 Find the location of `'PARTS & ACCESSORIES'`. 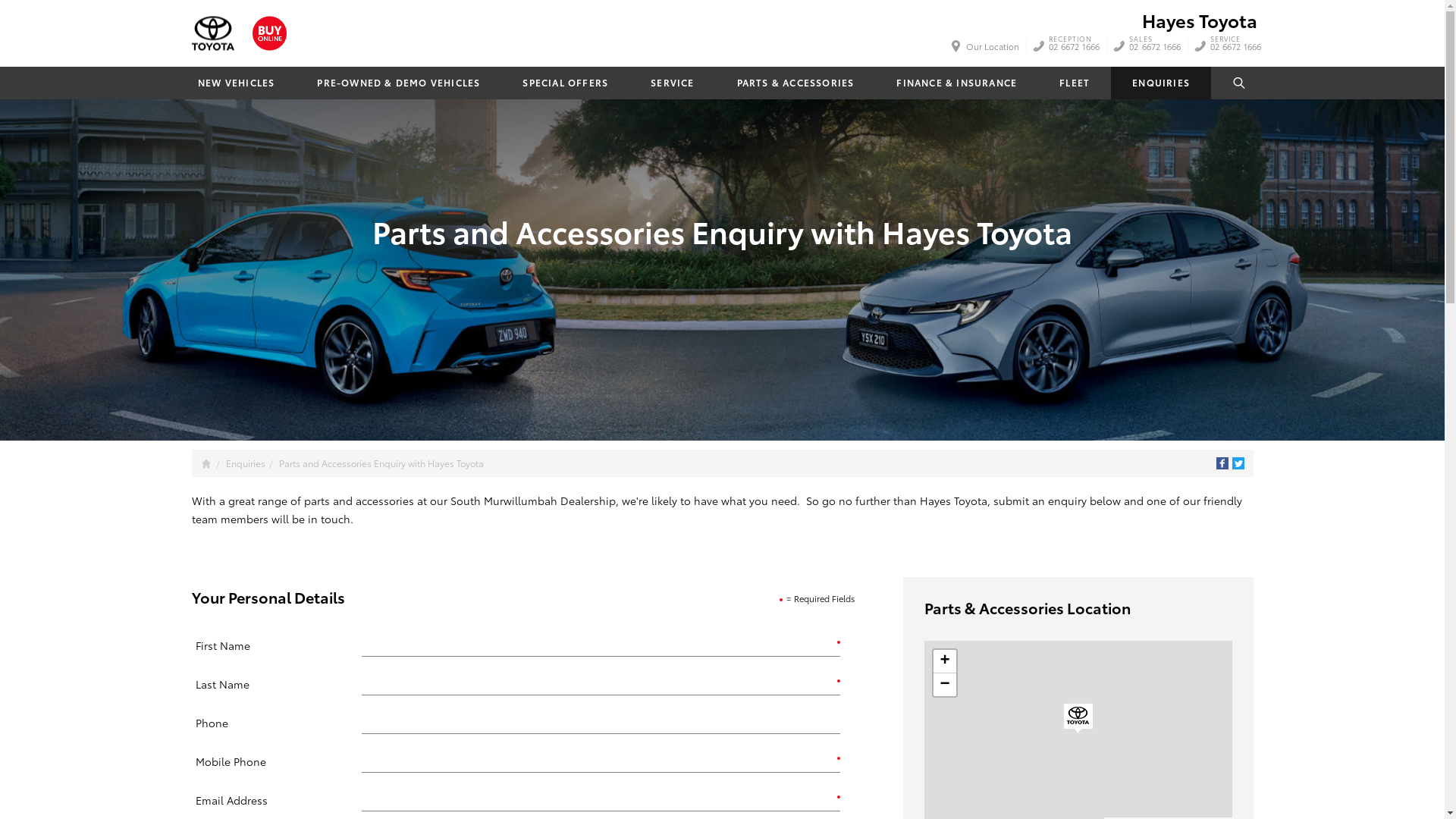

'PARTS & ACCESSORIES' is located at coordinates (794, 83).